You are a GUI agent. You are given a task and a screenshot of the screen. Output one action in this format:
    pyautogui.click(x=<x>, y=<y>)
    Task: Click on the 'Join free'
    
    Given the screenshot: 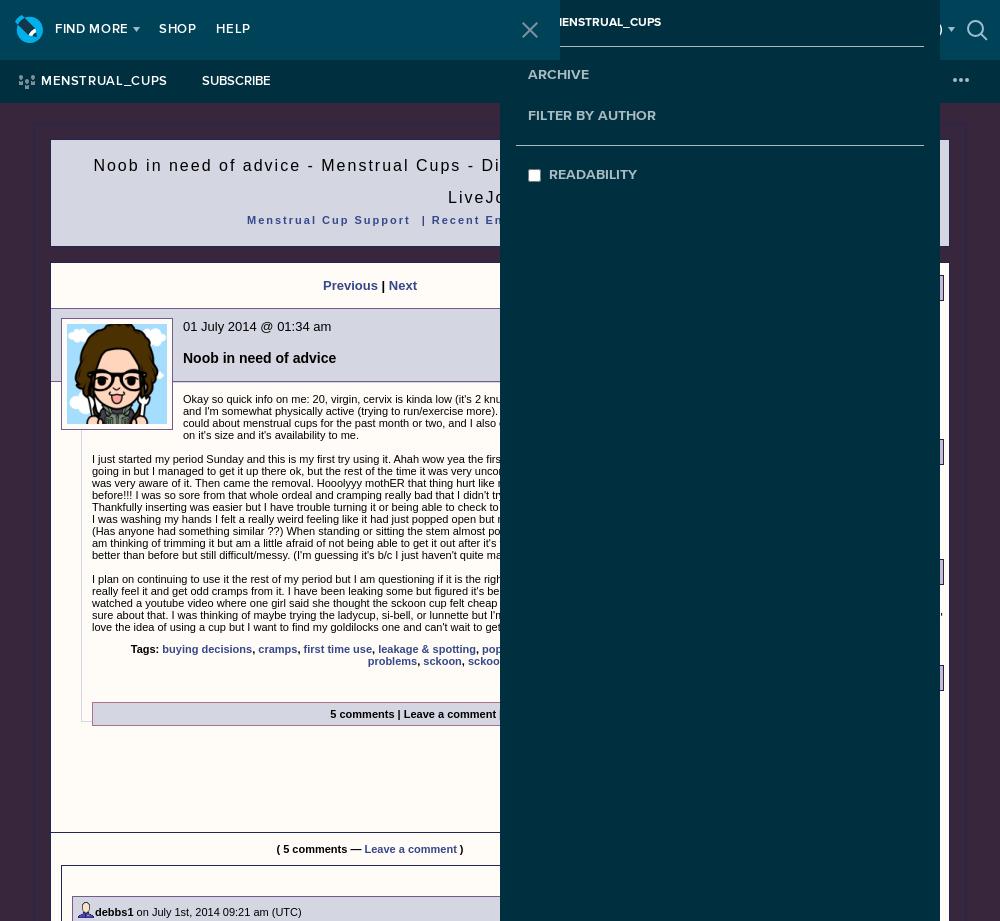 What is the action you would take?
    pyautogui.click(x=759, y=29)
    